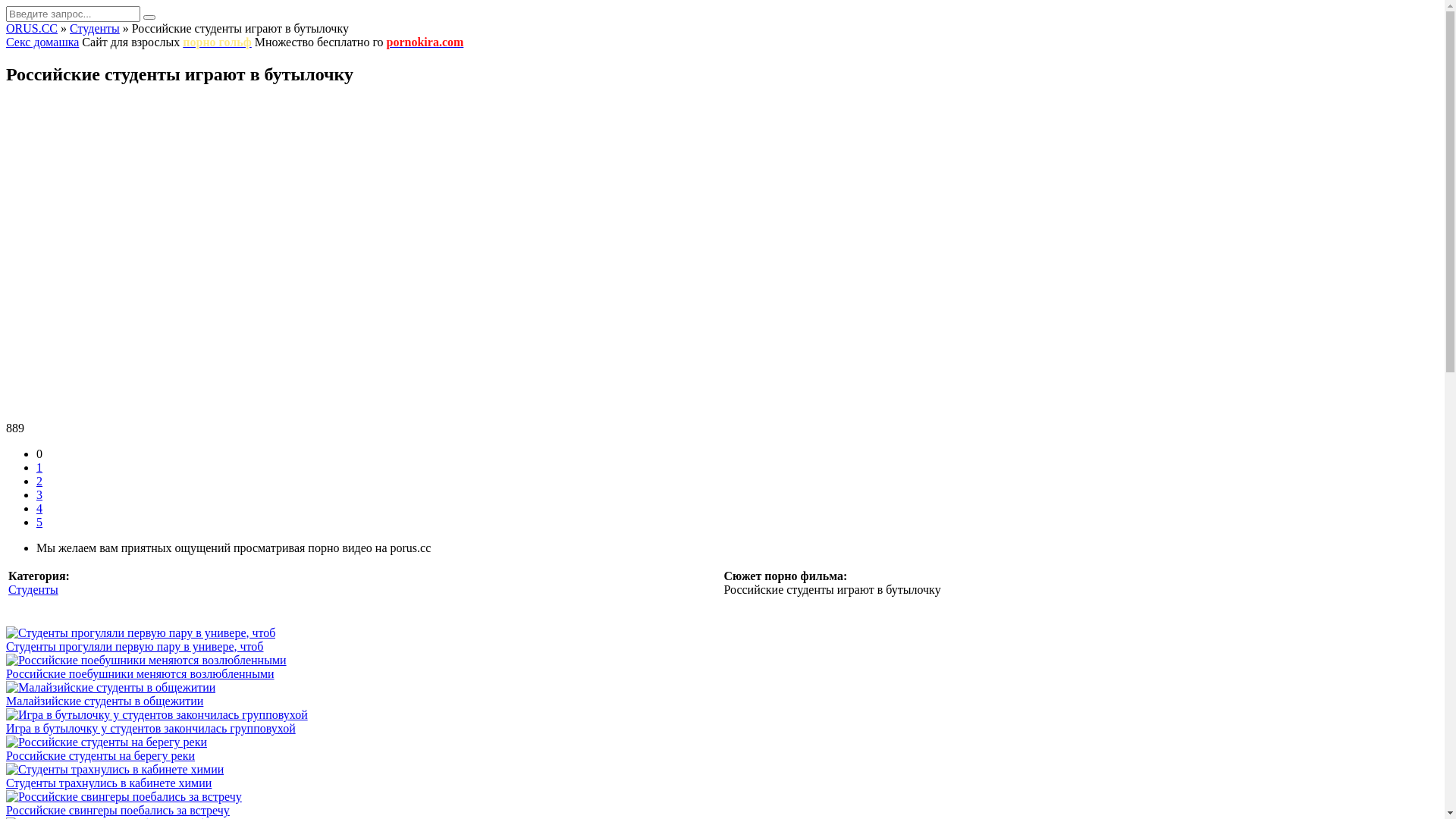 This screenshot has height=819, width=1456. What do you see at coordinates (386, 41) in the screenshot?
I see `'pornokira.com'` at bounding box center [386, 41].